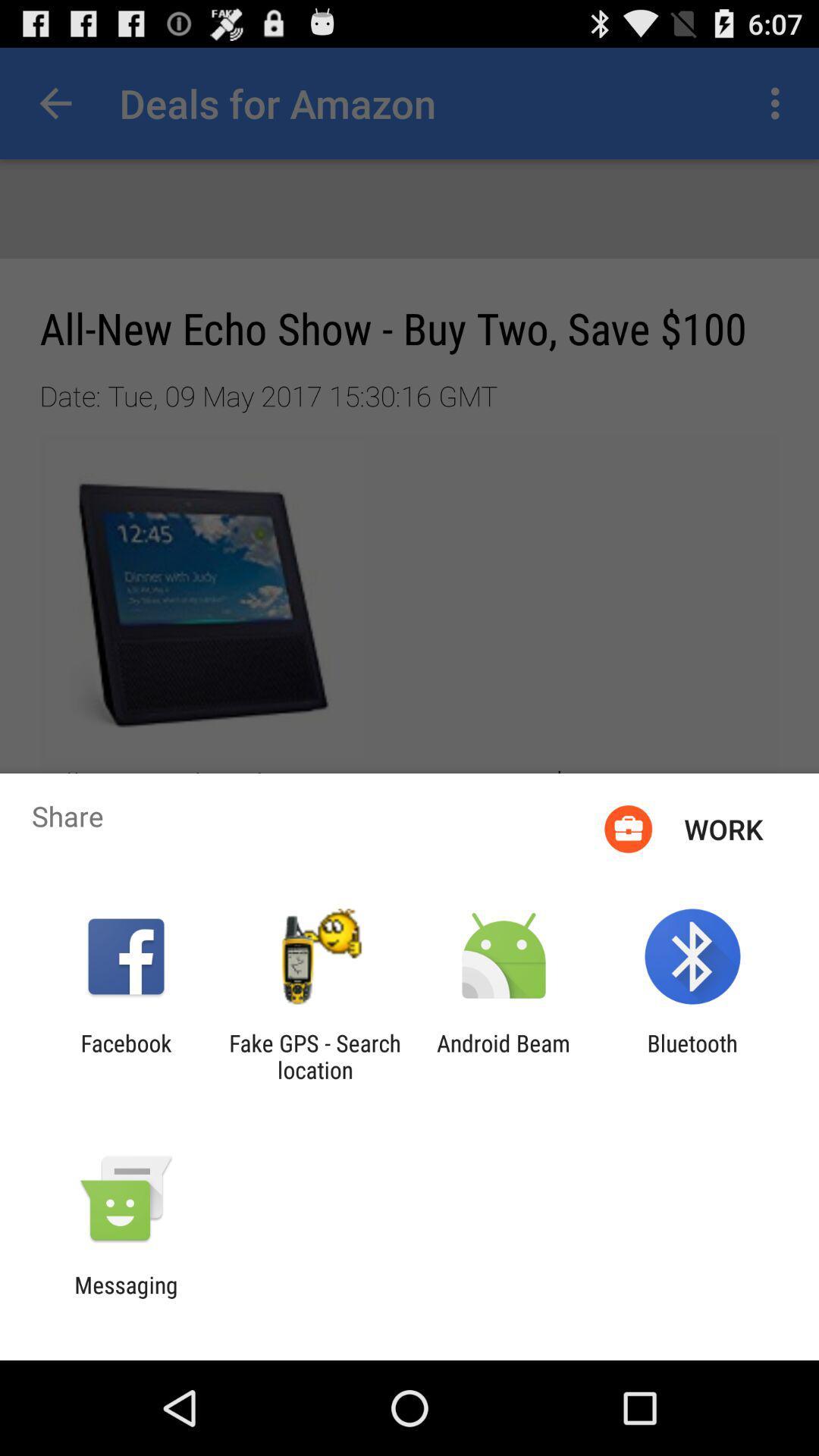  What do you see at coordinates (125, 1298) in the screenshot?
I see `messaging item` at bounding box center [125, 1298].